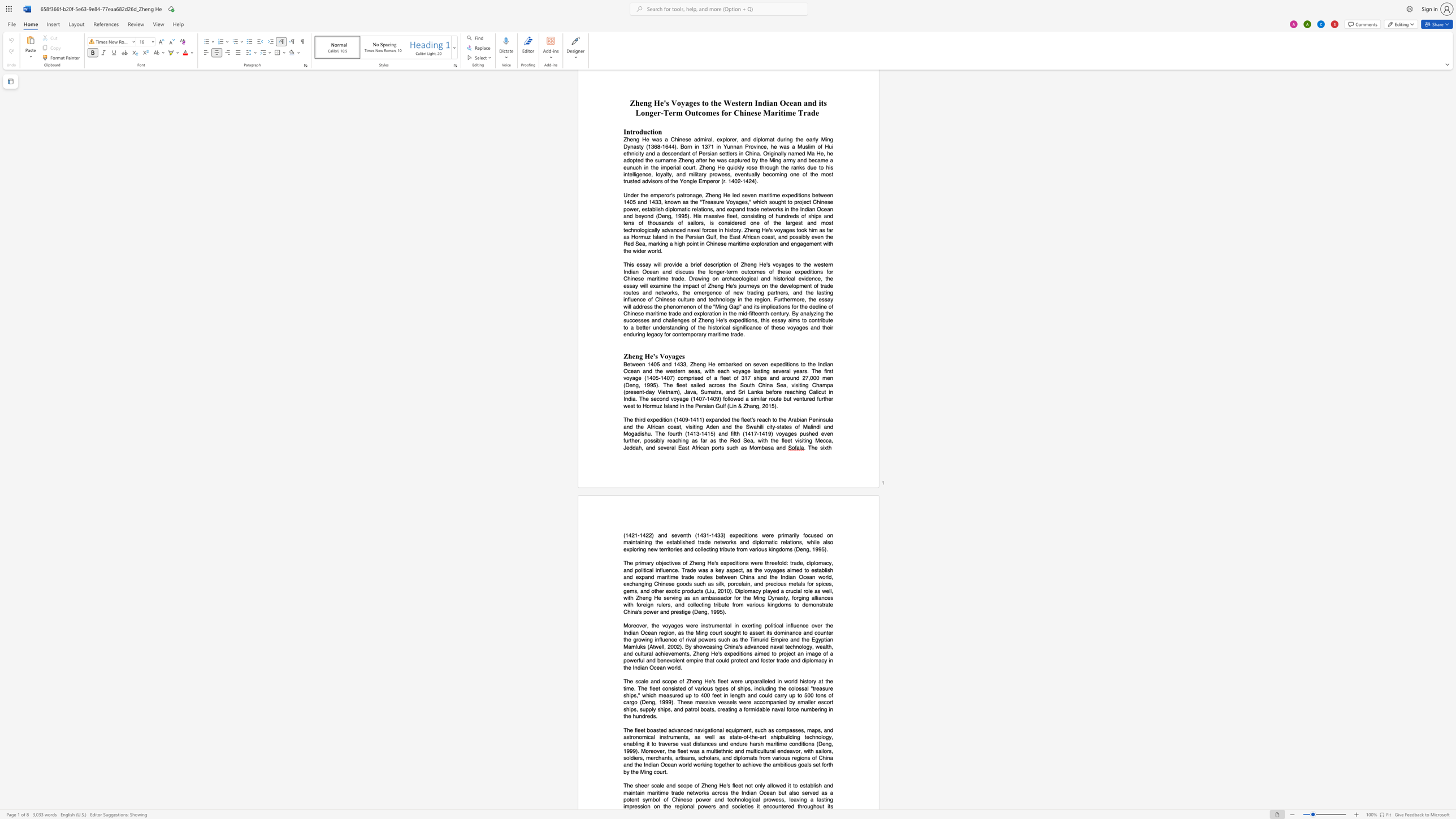  I want to click on the subset text "red" within the text "encountered", so click(785, 806).